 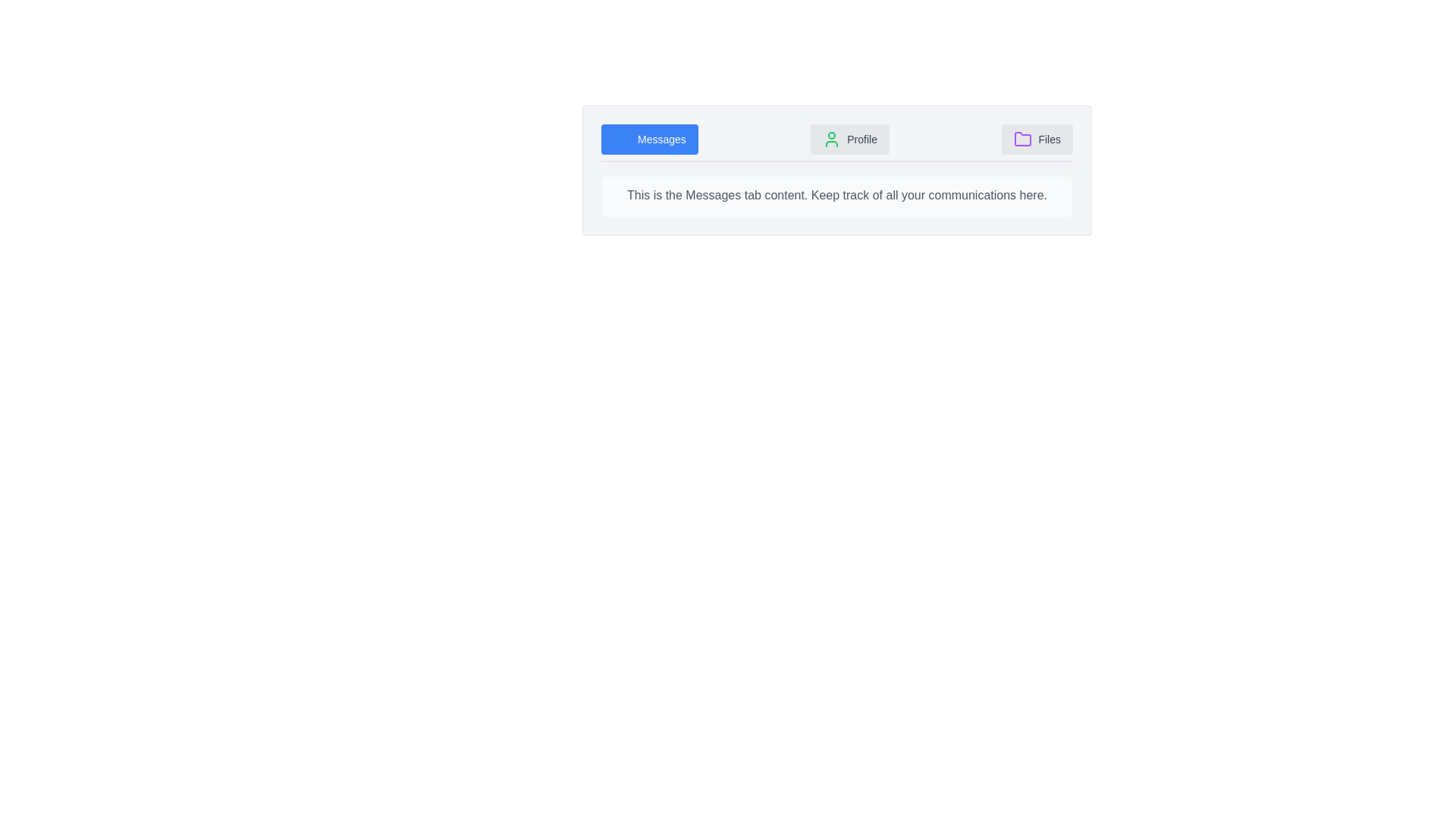 What do you see at coordinates (850, 140) in the screenshot?
I see `the Profile tab` at bounding box center [850, 140].